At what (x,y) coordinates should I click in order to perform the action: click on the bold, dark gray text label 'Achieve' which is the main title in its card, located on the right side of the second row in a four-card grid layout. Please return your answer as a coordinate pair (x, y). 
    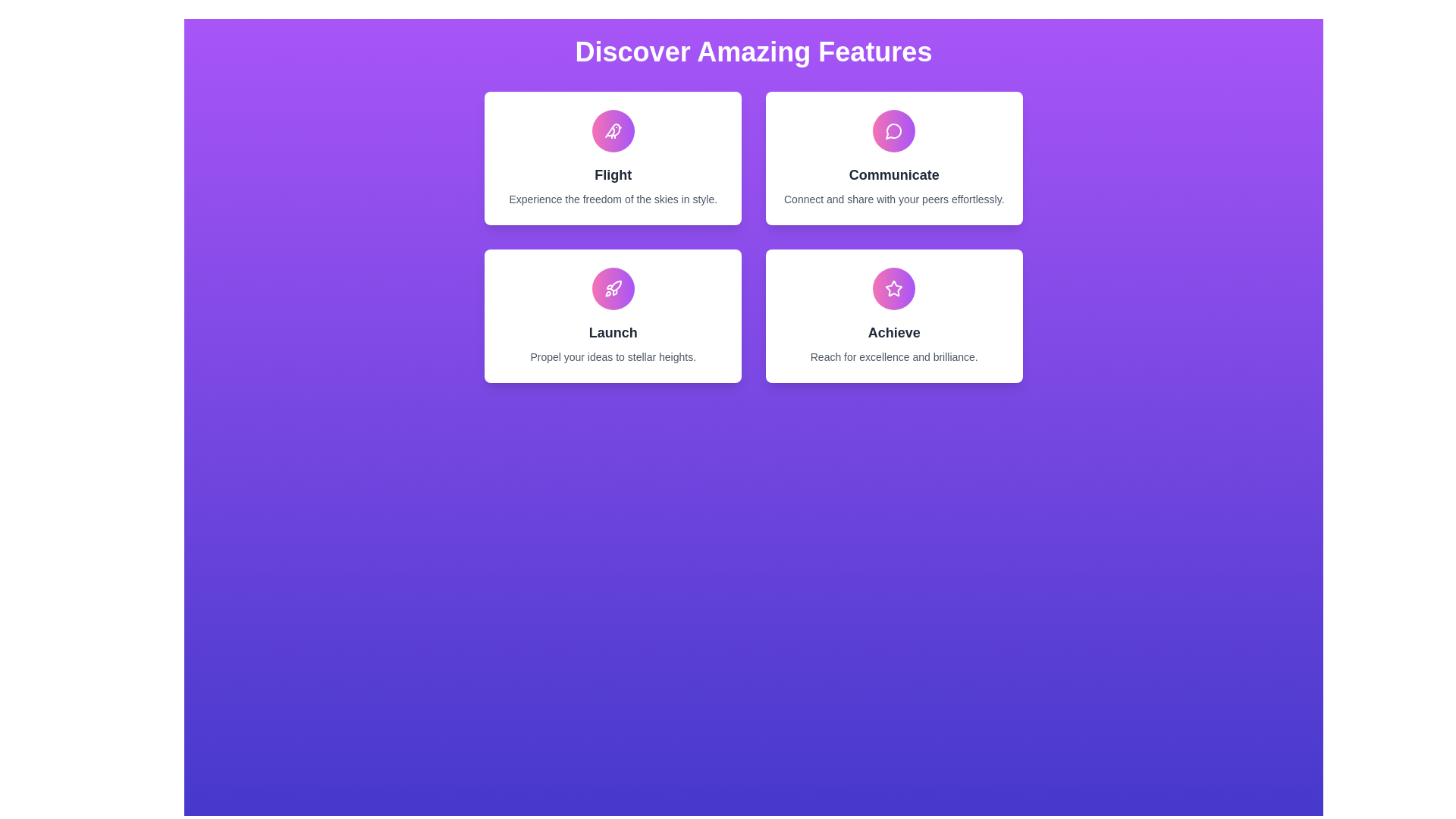
    Looking at the image, I should click on (894, 332).